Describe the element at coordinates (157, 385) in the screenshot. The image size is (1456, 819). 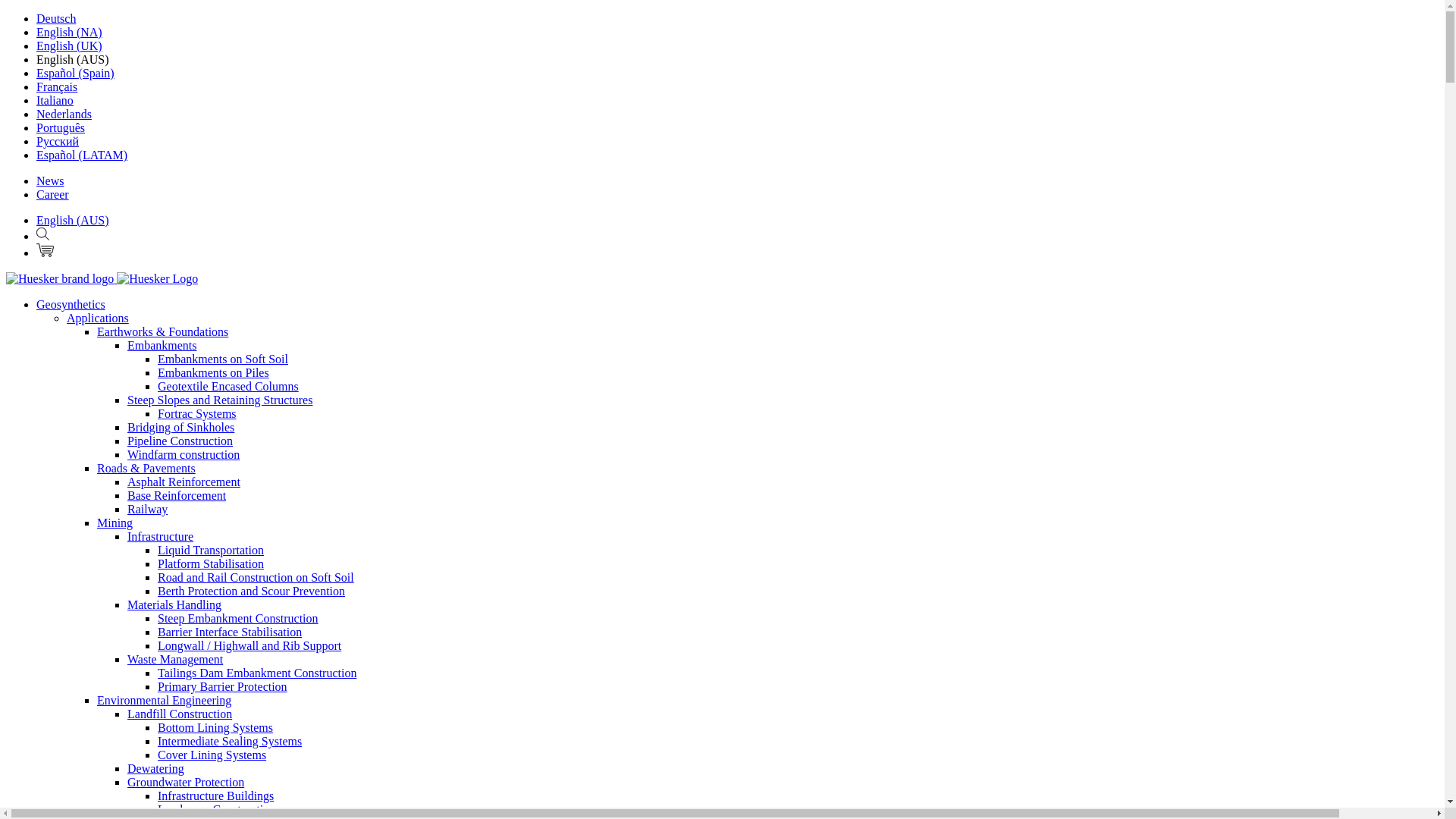
I see `'Geotextile Encased Columns'` at that location.